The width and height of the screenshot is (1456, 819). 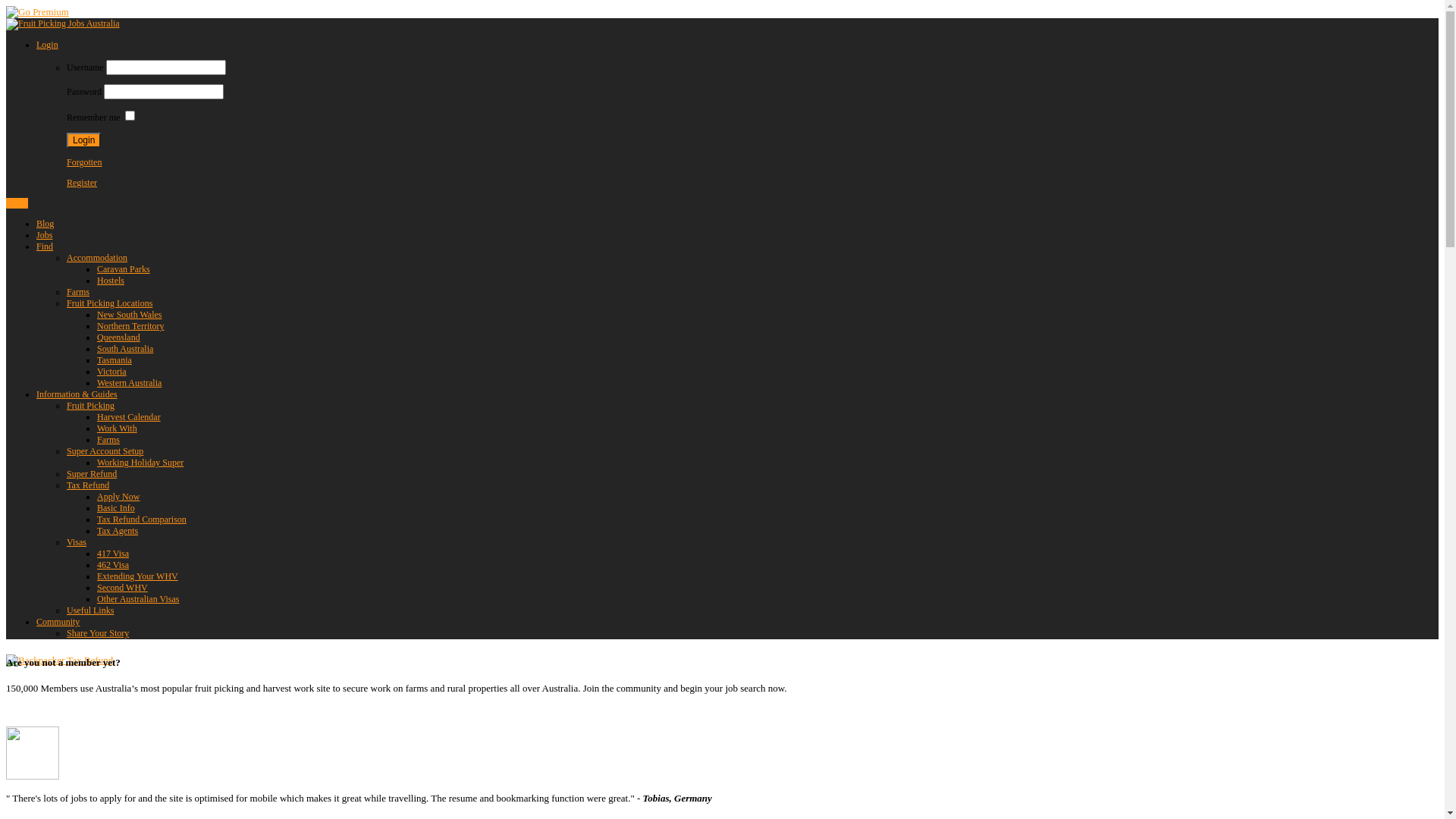 What do you see at coordinates (124, 348) in the screenshot?
I see `'South Australia'` at bounding box center [124, 348].